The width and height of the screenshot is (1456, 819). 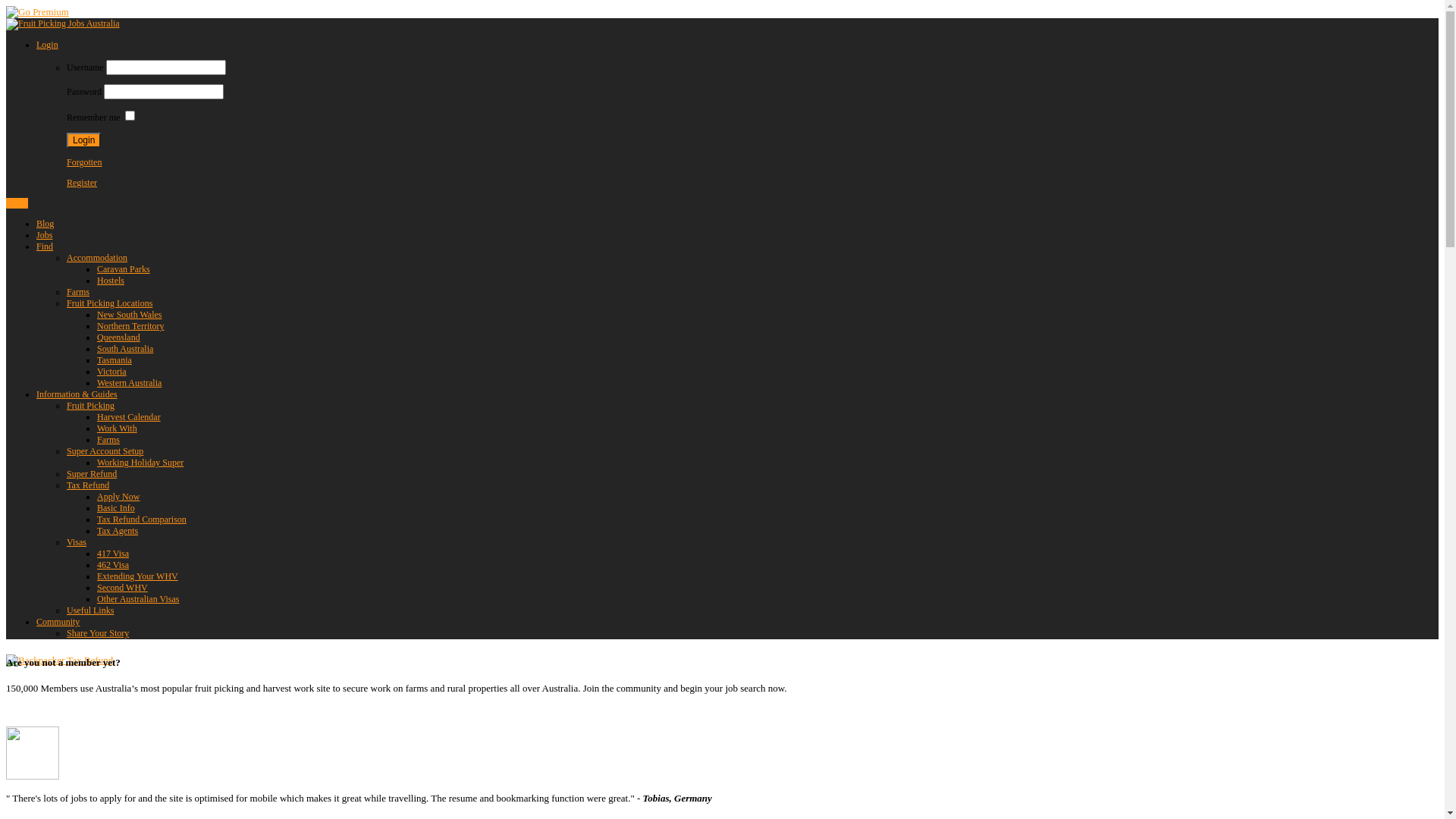 What do you see at coordinates (124, 348) in the screenshot?
I see `'South Australia'` at bounding box center [124, 348].